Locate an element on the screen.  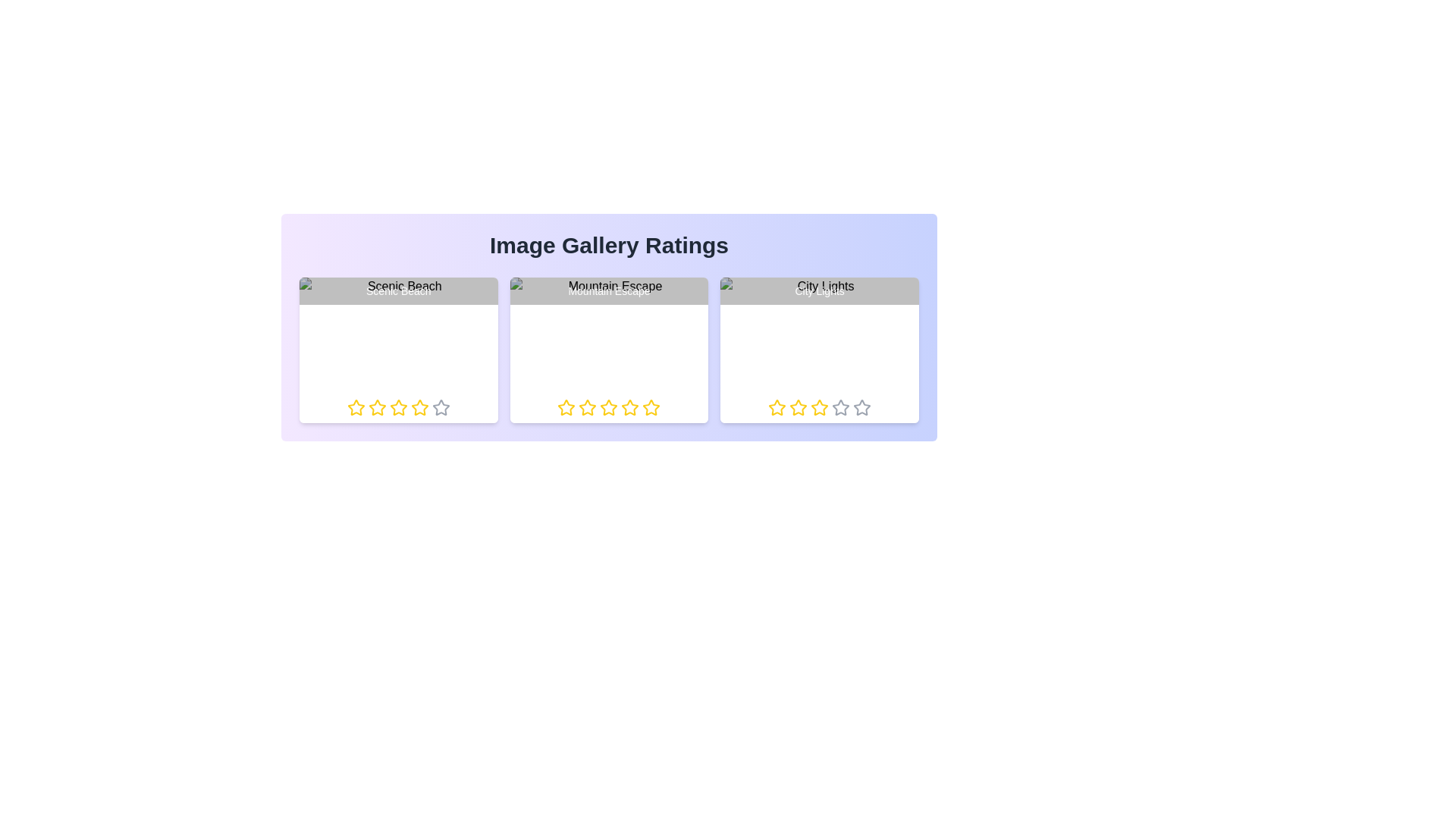
the rating for the image titled 'City Lights' to 1 stars is located at coordinates (768, 406).